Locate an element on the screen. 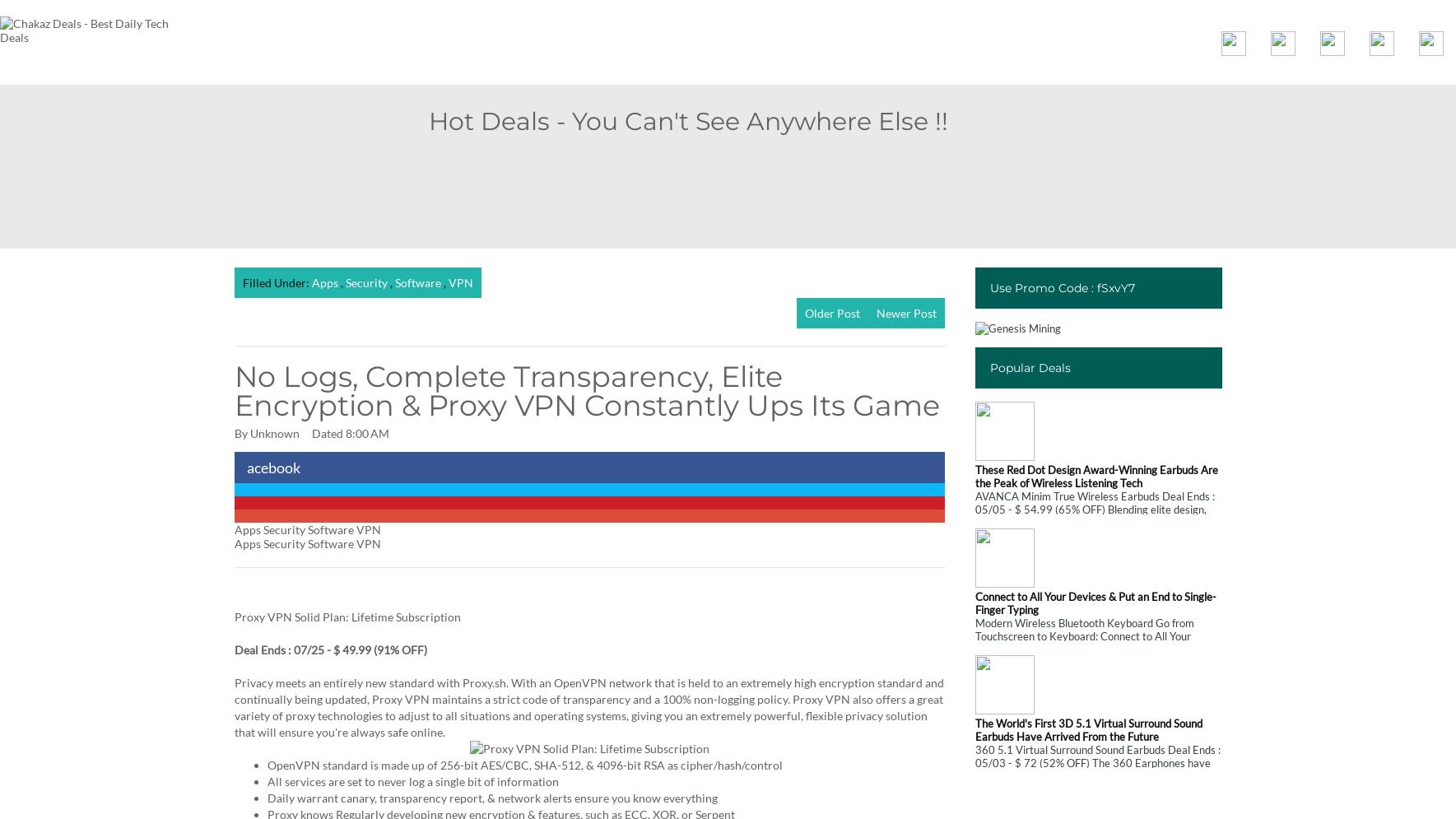  'Privacy meets an entirely new standard with Proxy.sh. With an OpenVPN network that is held to an extremely high encryption standard and continually being updated, Proxy VPN maintains a strict code of transparency and a 100% non-logging policy. Proxy VPN also offers a great variety of proxy technologies to adjust to all situations and operating systems, giving you an extremely powerful, flexible privacy solution that will ensure you're always safe online.' is located at coordinates (588, 707).